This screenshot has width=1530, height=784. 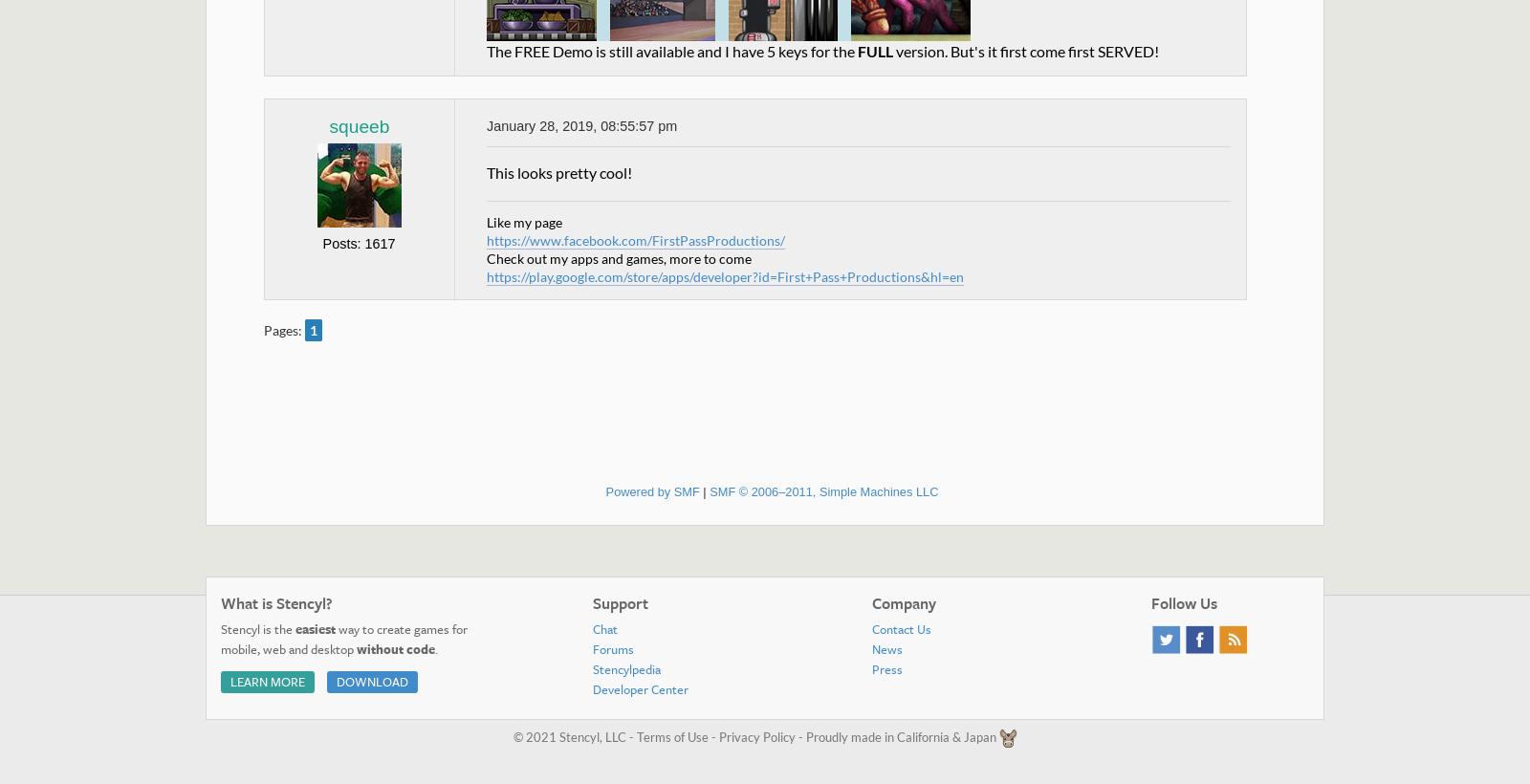 I want to click on 'FULL', so click(x=856, y=50).